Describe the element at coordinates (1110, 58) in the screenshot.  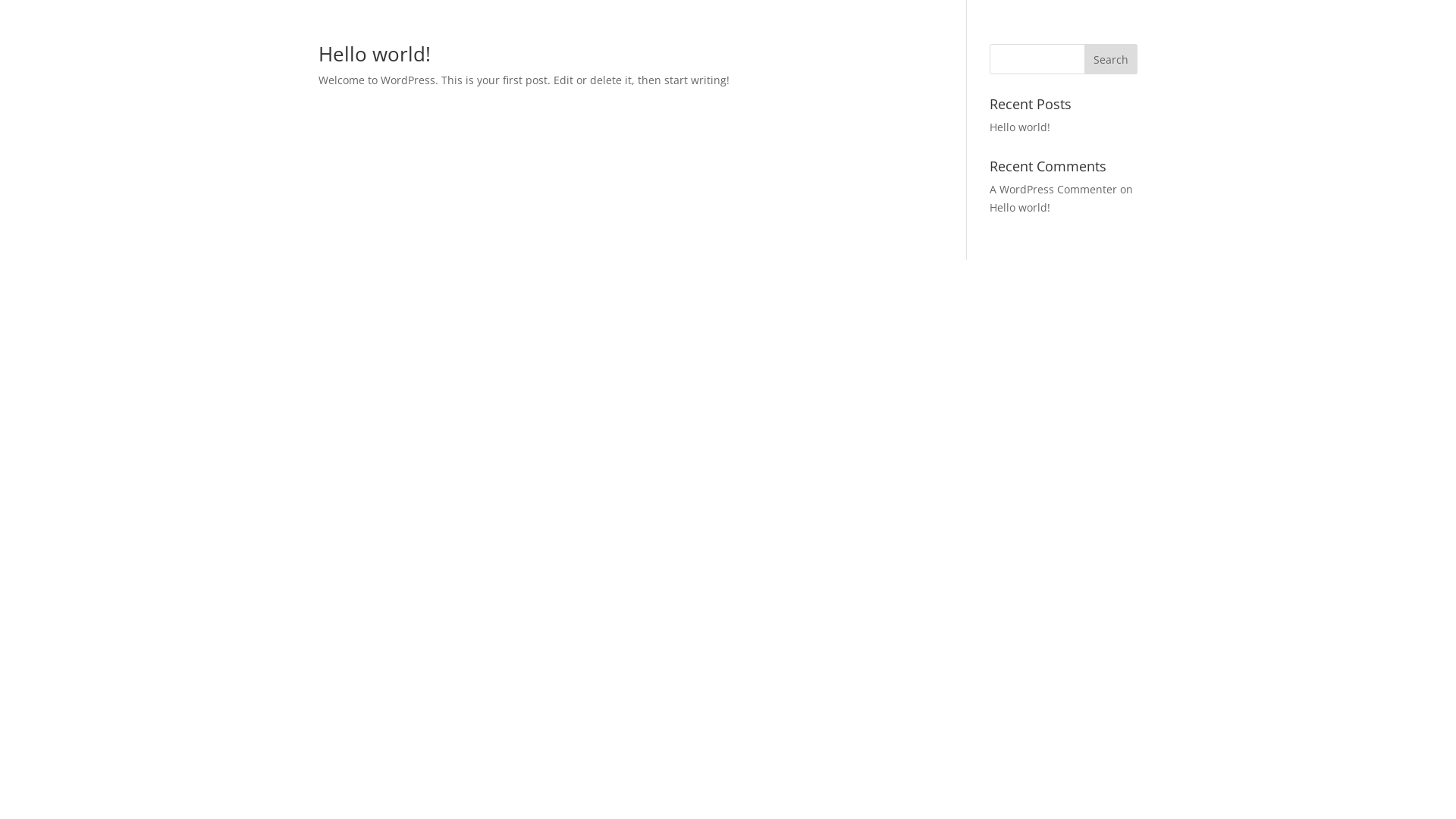
I see `'Search'` at that location.